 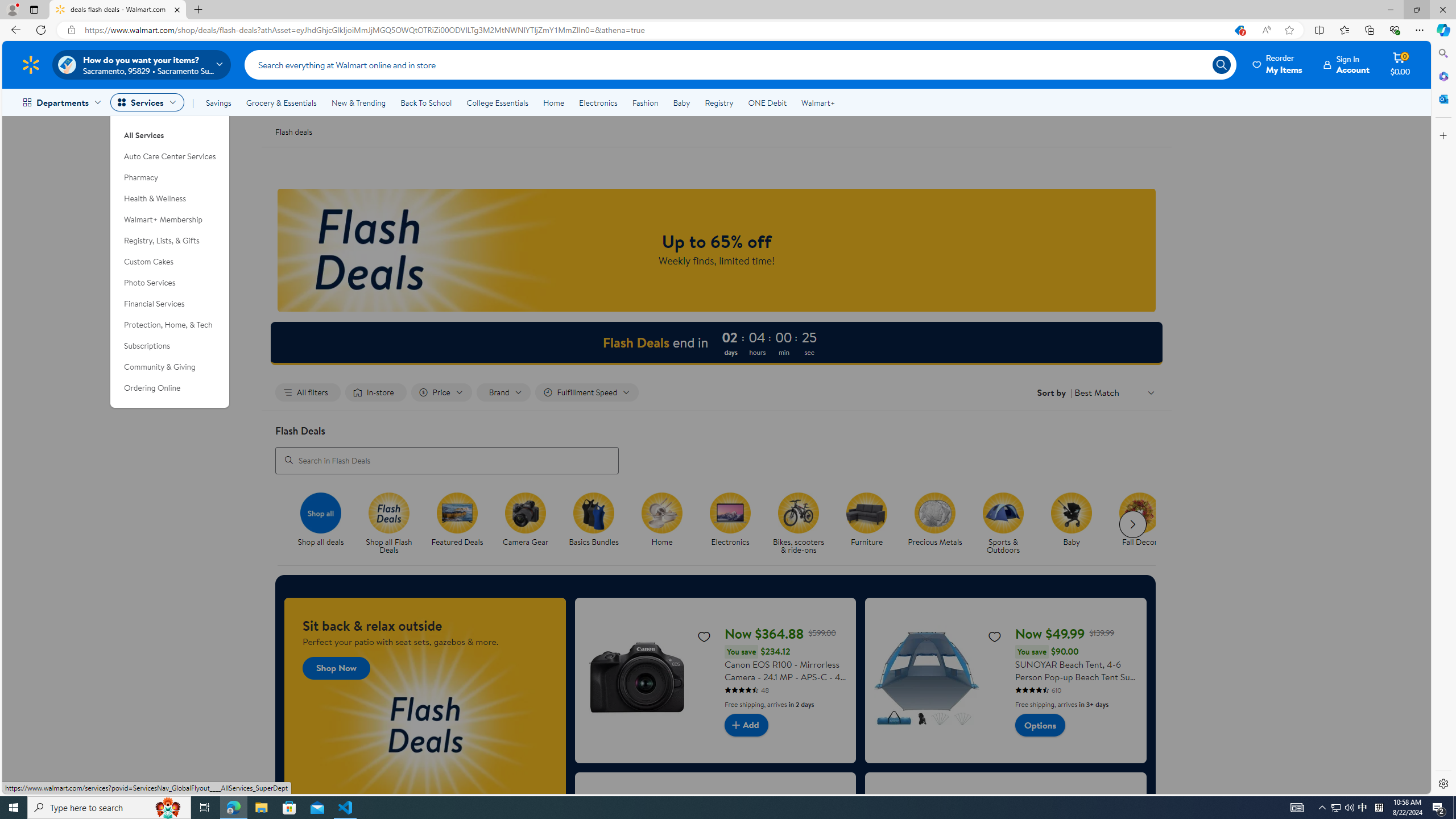 I want to click on 'Search in Flash Deals', so click(x=446, y=460).